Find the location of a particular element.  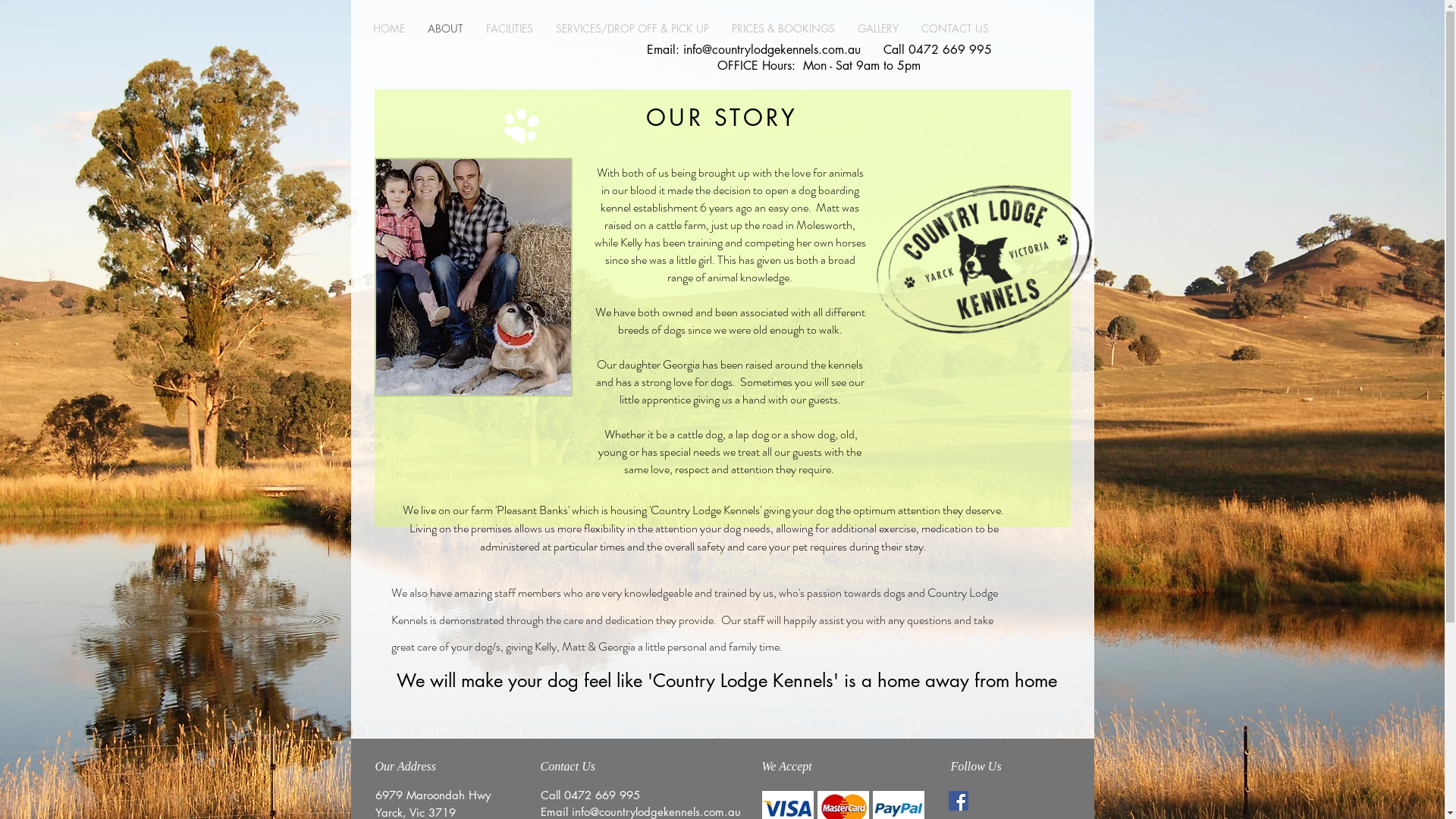

'PRICES & BOOKINGS' is located at coordinates (783, 29).